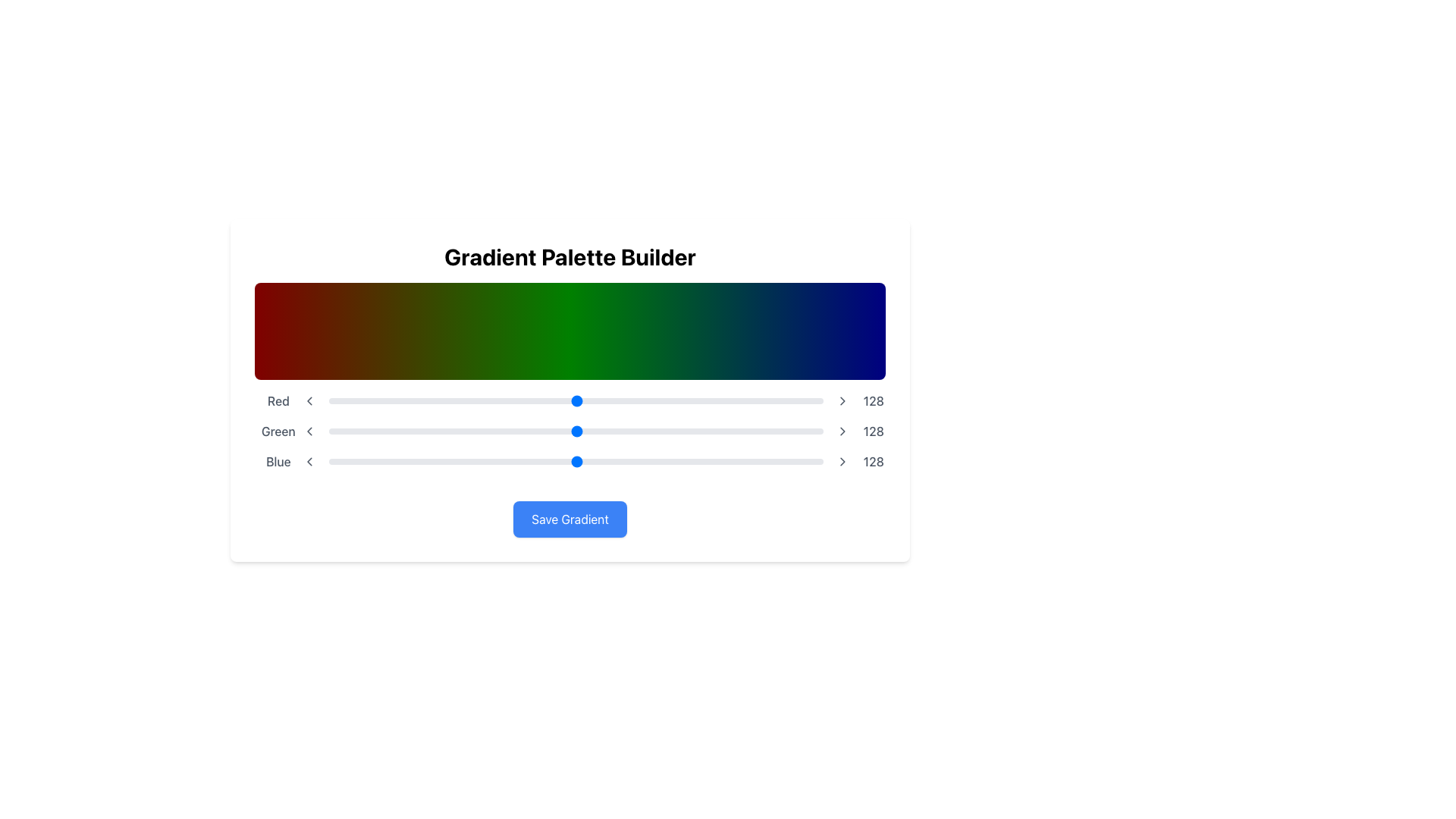 The height and width of the screenshot is (819, 1456). I want to click on the blue color intensity, so click(540, 458).